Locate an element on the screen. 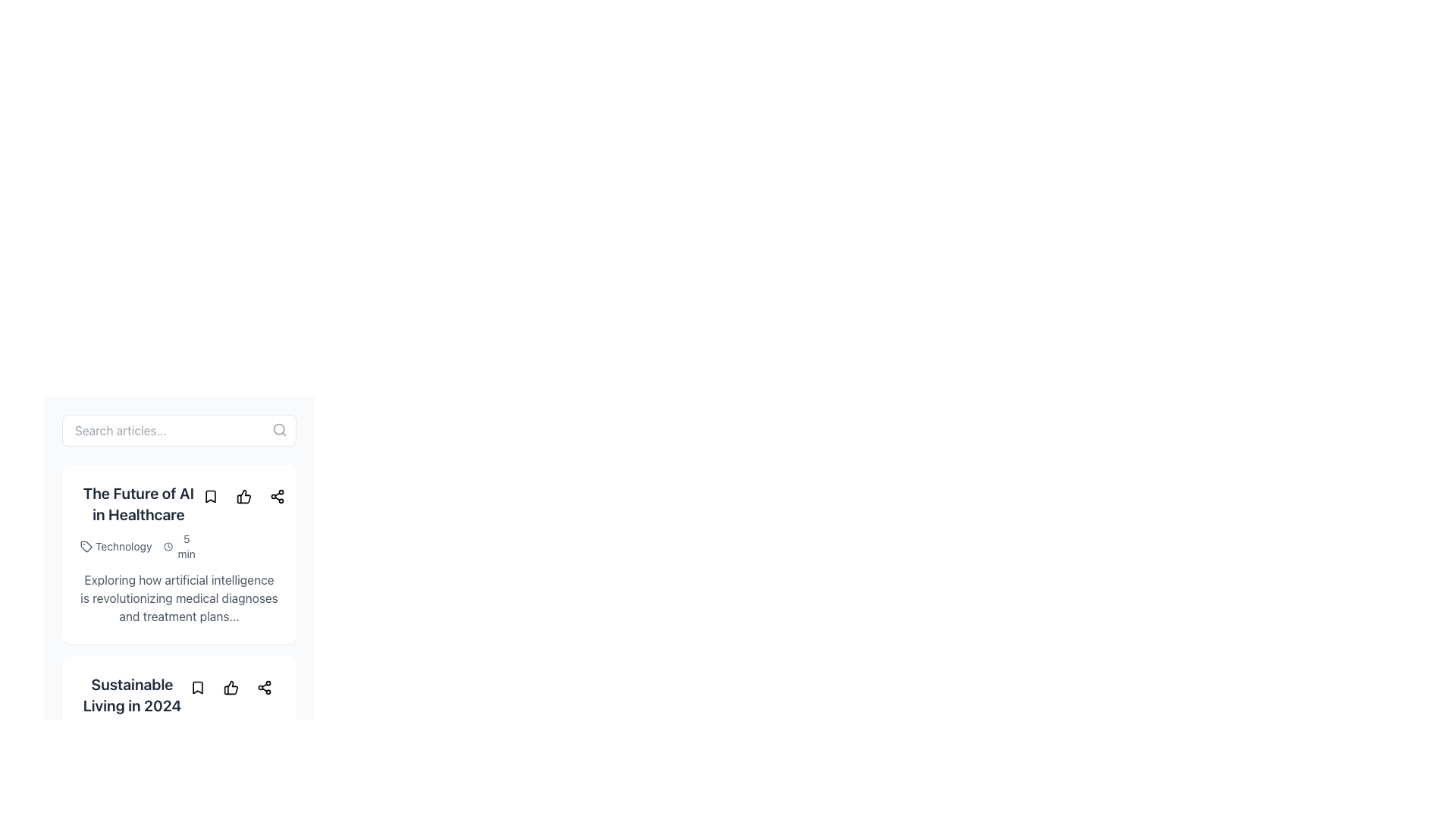 The height and width of the screenshot is (819, 1456). the title text 'Sustainable Living in 2024' located in the second article card is located at coordinates (132, 714).